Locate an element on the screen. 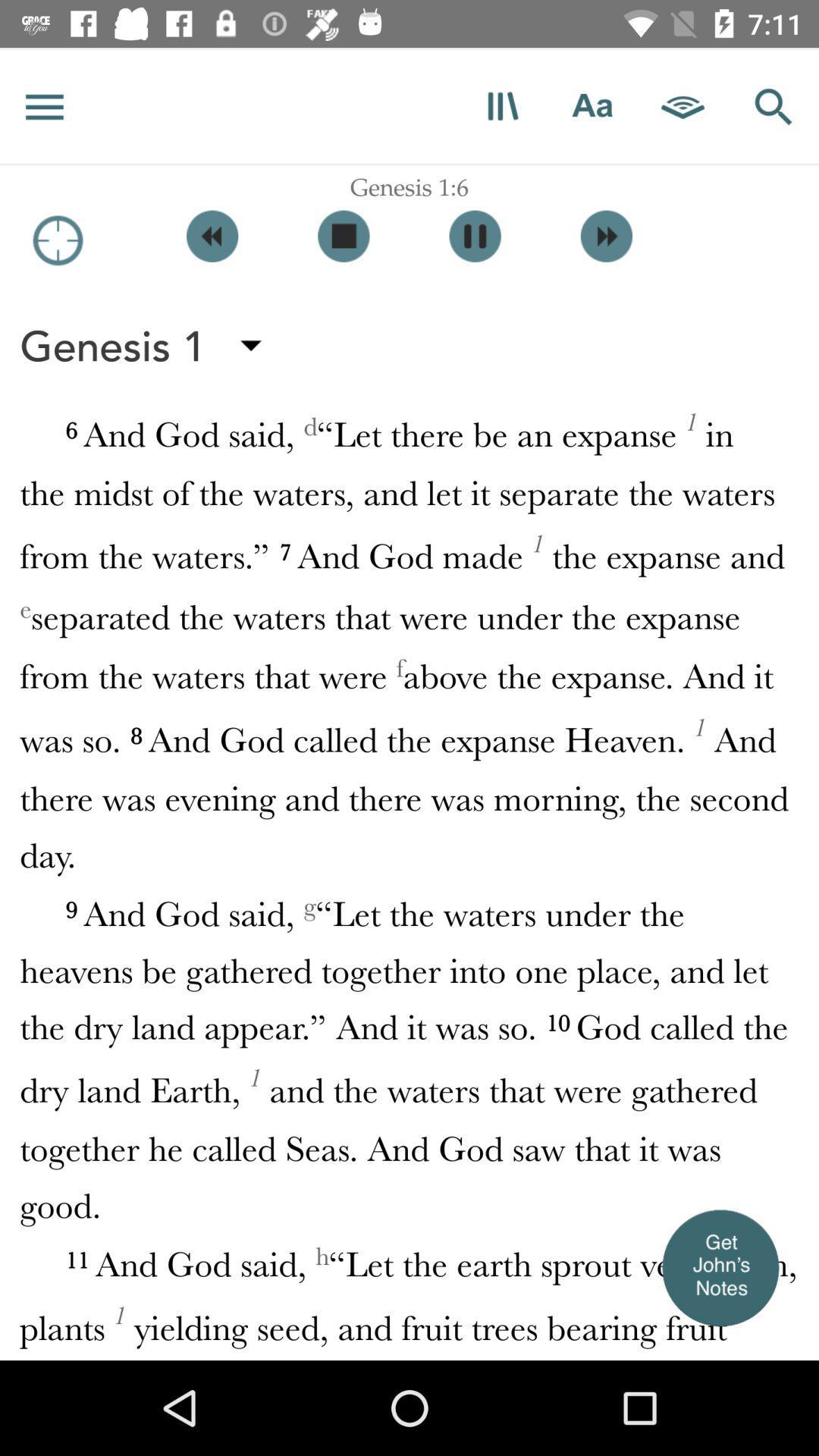  next is located at coordinates (605, 235).